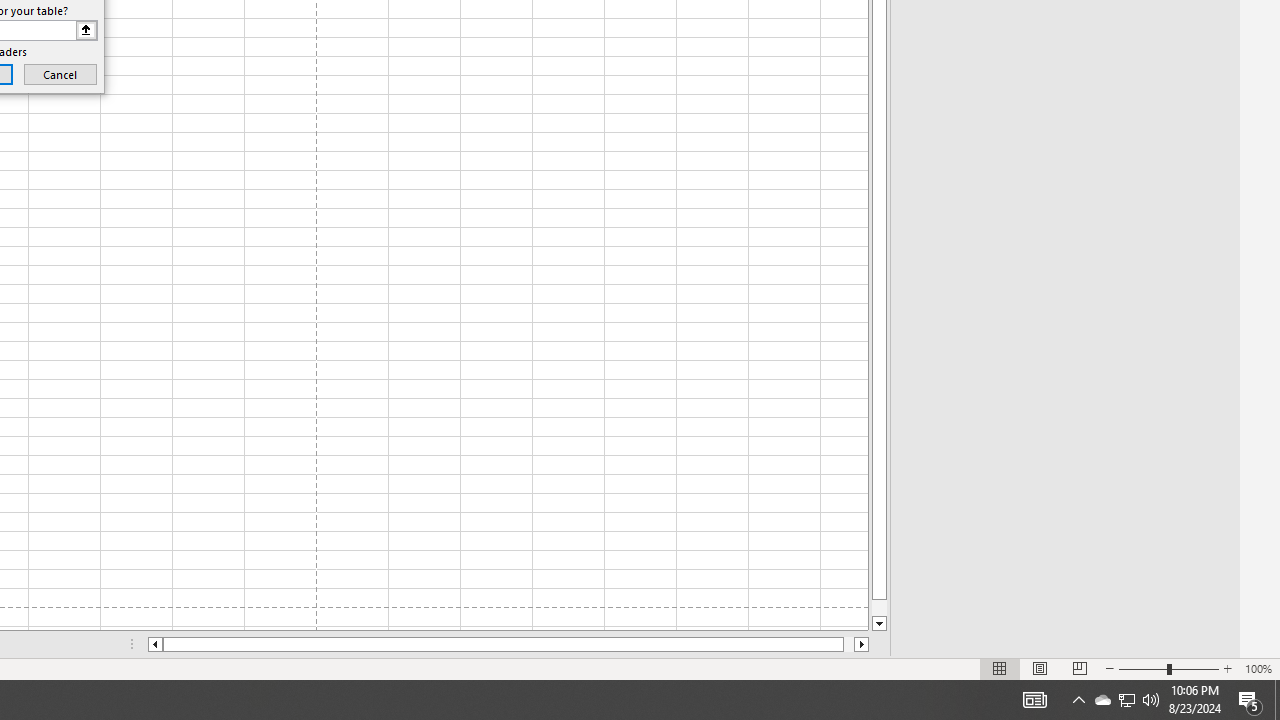 The image size is (1280, 720). What do you see at coordinates (1078, 669) in the screenshot?
I see `'Page Break Preview'` at bounding box center [1078, 669].